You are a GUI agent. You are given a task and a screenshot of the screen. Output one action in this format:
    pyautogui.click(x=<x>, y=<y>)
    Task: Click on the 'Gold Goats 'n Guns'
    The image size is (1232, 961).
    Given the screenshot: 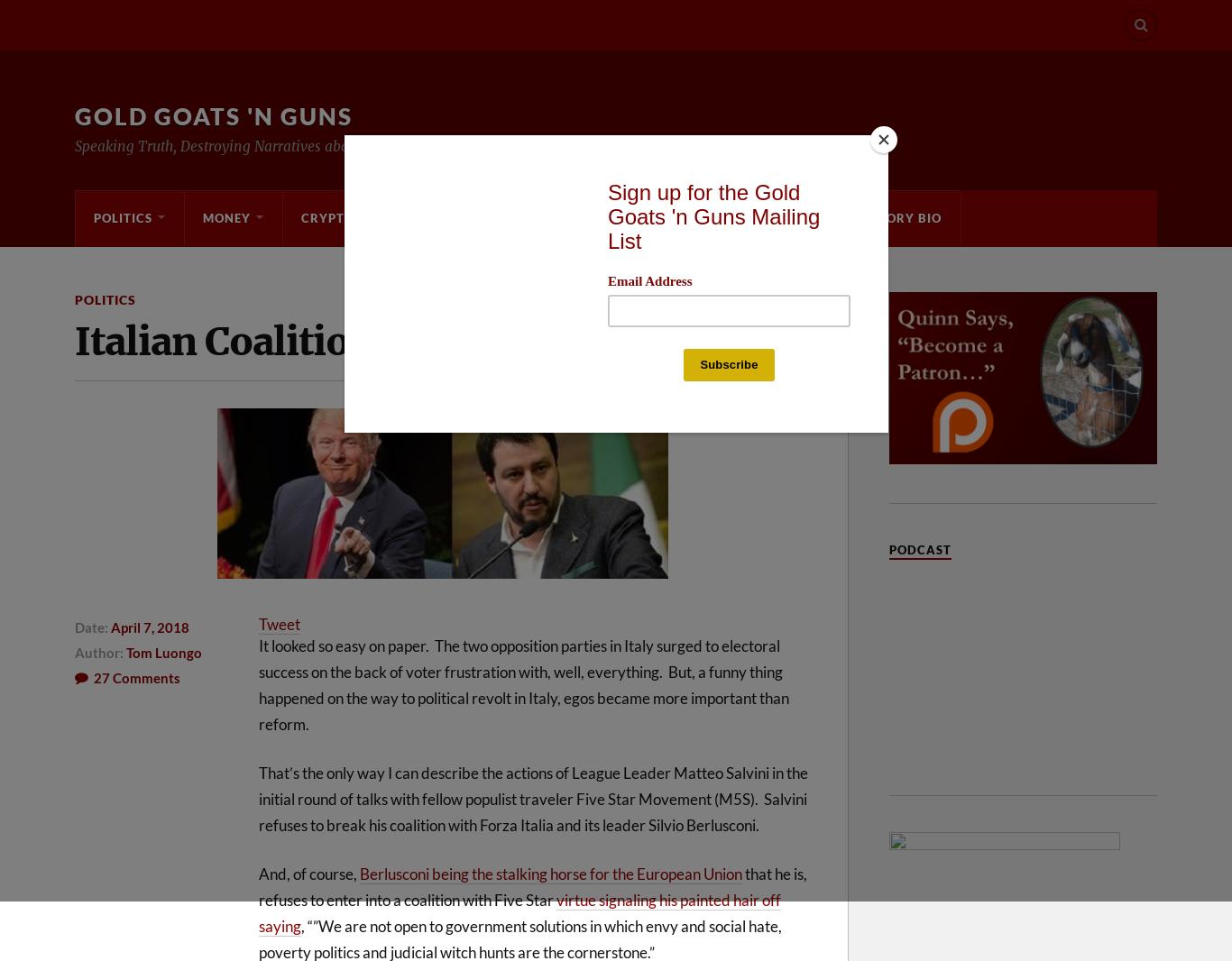 What is the action you would take?
    pyautogui.click(x=214, y=114)
    